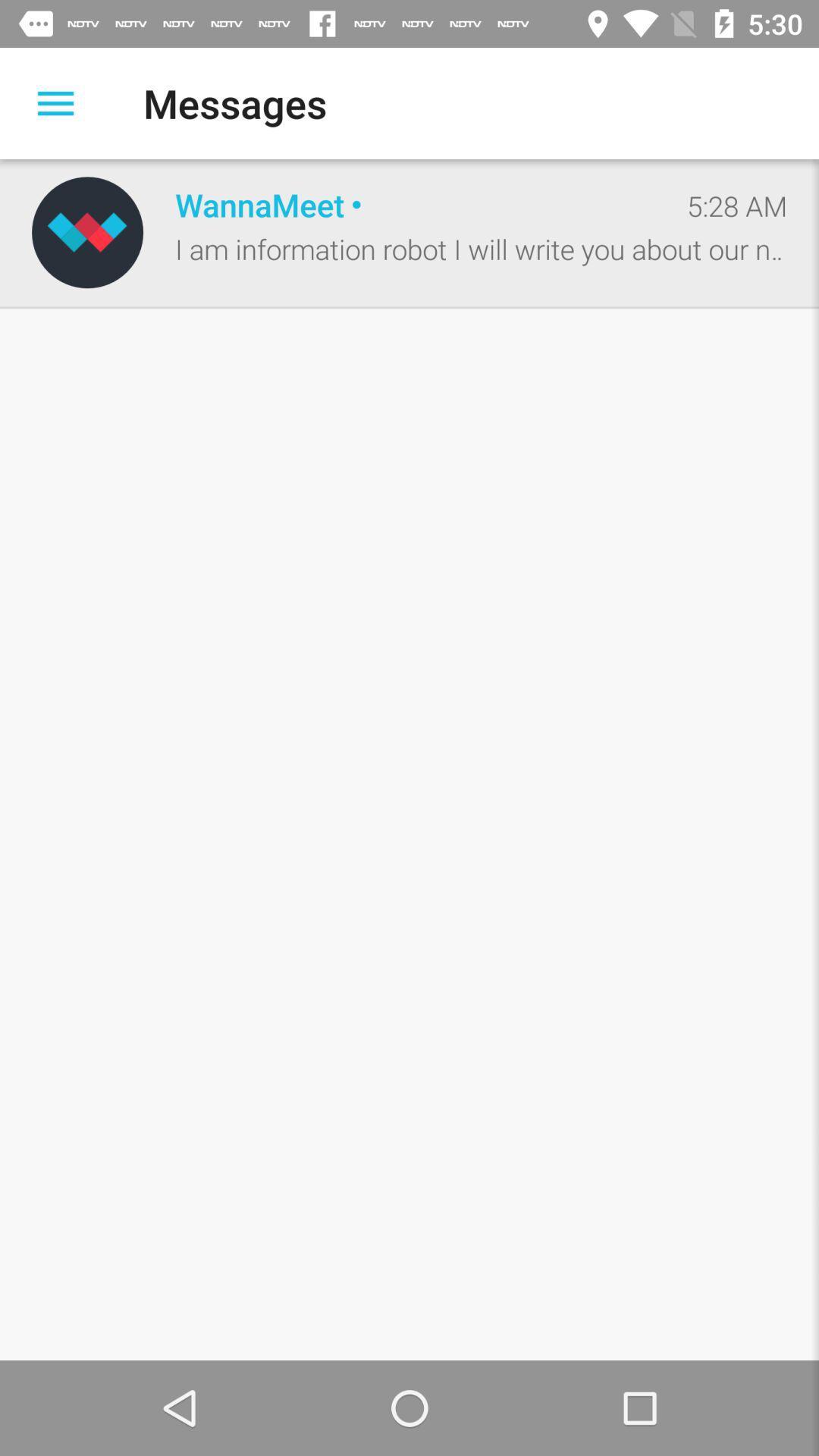 The height and width of the screenshot is (1456, 819). What do you see at coordinates (87, 231) in the screenshot?
I see `the item next to the wannameet   item` at bounding box center [87, 231].